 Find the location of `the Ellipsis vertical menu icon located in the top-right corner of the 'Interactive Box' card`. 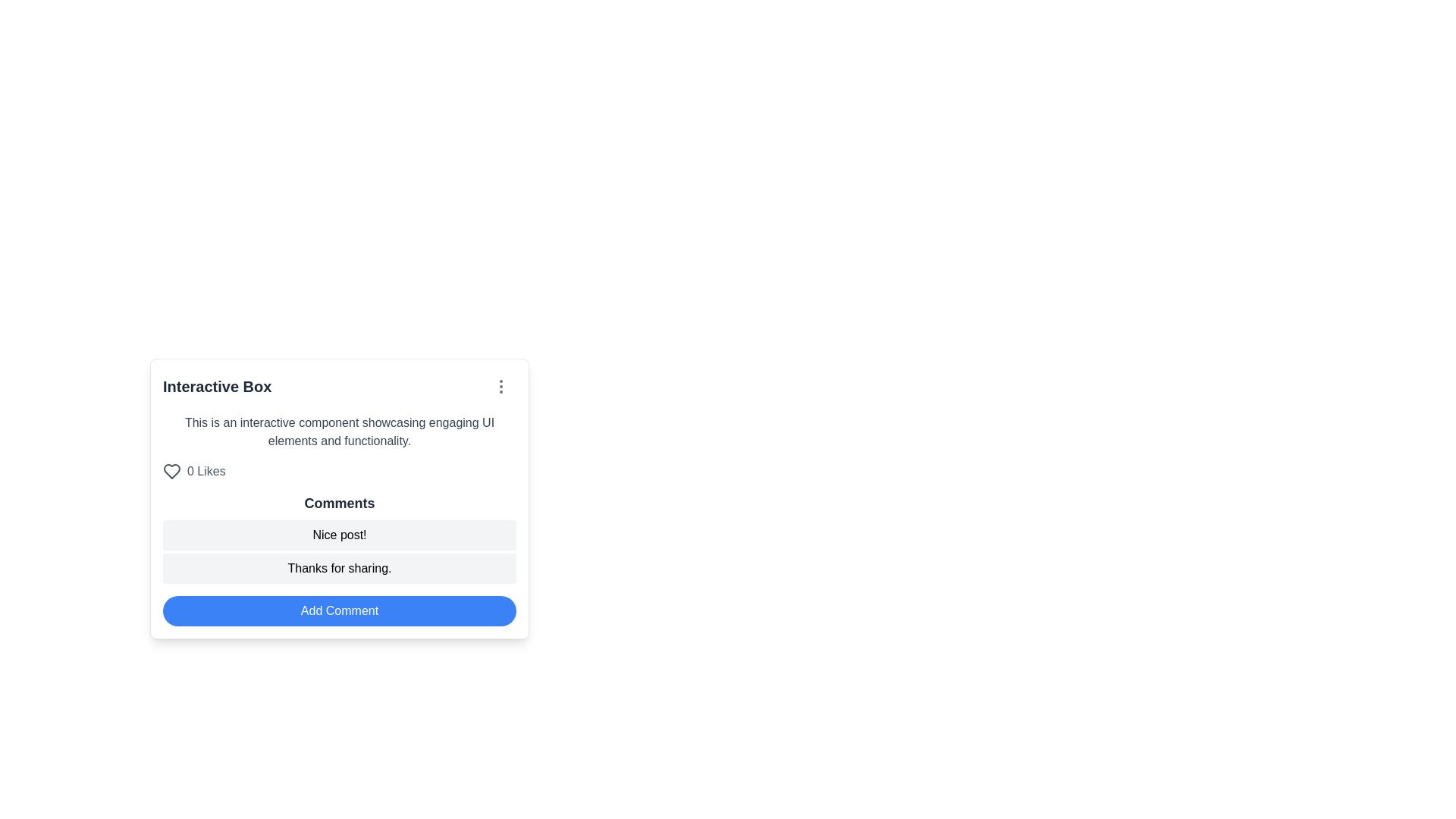

the Ellipsis vertical menu icon located in the top-right corner of the 'Interactive Box' card is located at coordinates (501, 385).